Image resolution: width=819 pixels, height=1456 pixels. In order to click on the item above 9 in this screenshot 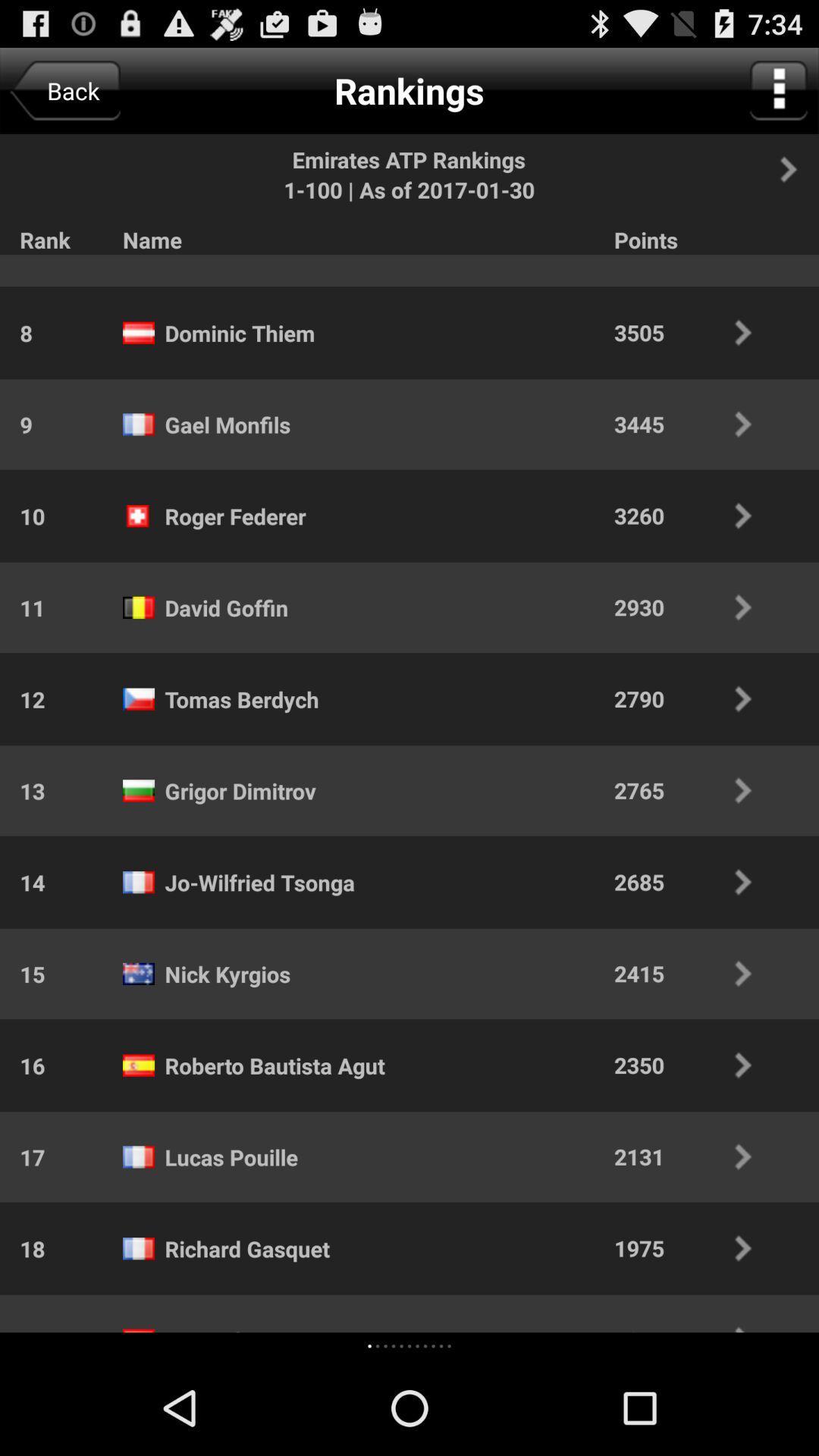, I will do `click(16, 332)`.